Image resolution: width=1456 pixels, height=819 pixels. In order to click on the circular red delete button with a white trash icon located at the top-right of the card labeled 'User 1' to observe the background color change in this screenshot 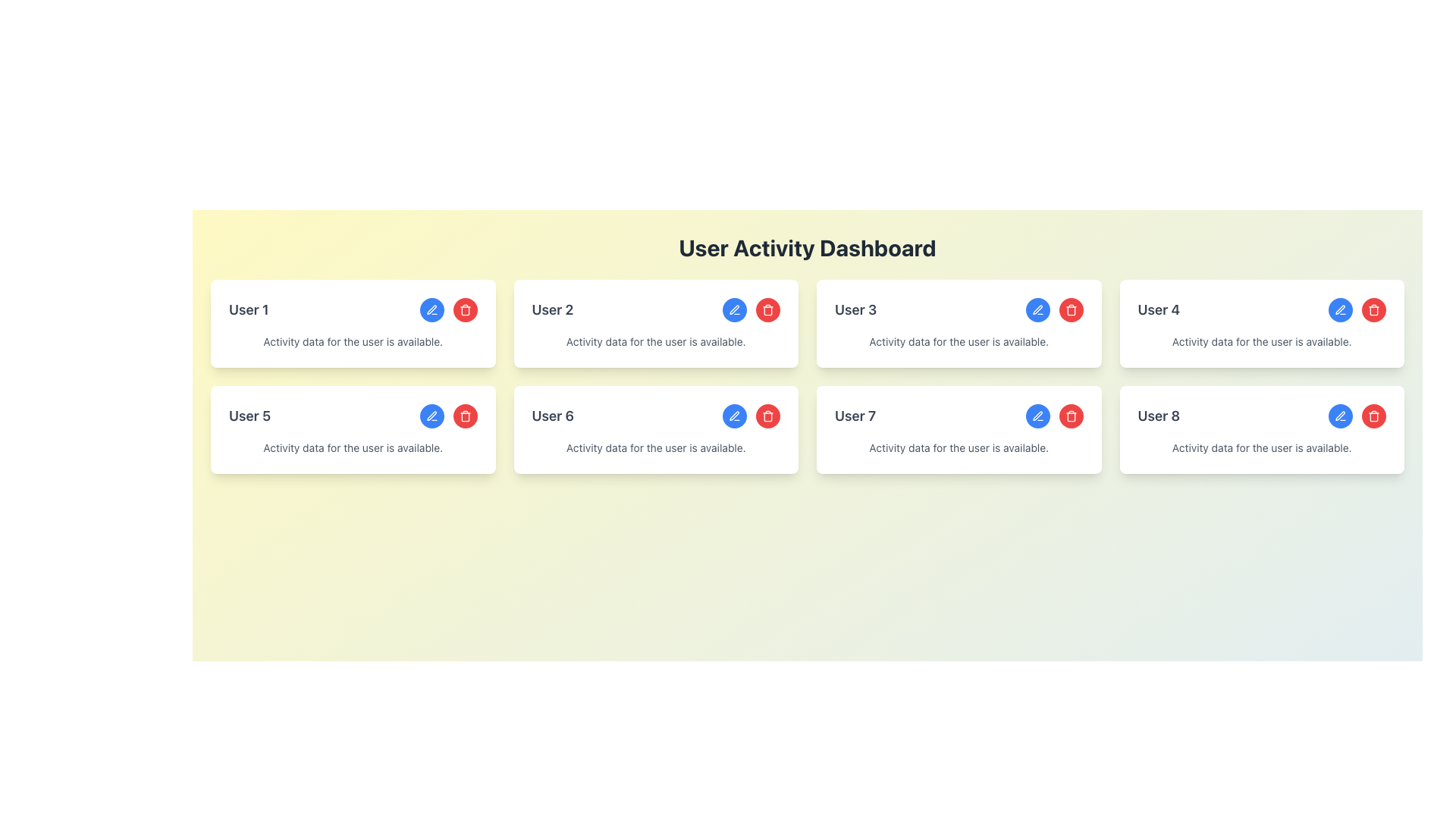, I will do `click(464, 309)`.